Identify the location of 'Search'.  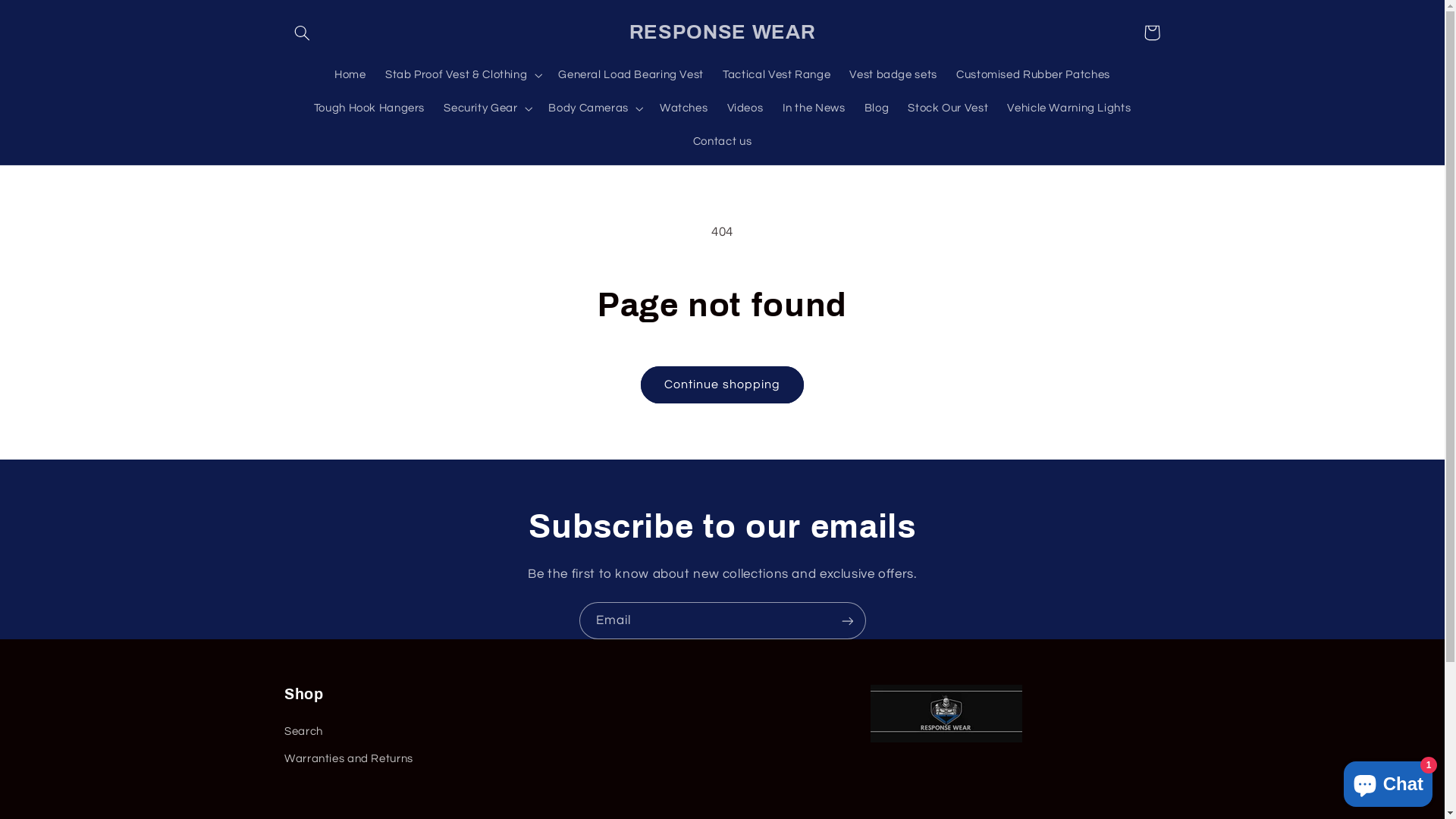
(284, 733).